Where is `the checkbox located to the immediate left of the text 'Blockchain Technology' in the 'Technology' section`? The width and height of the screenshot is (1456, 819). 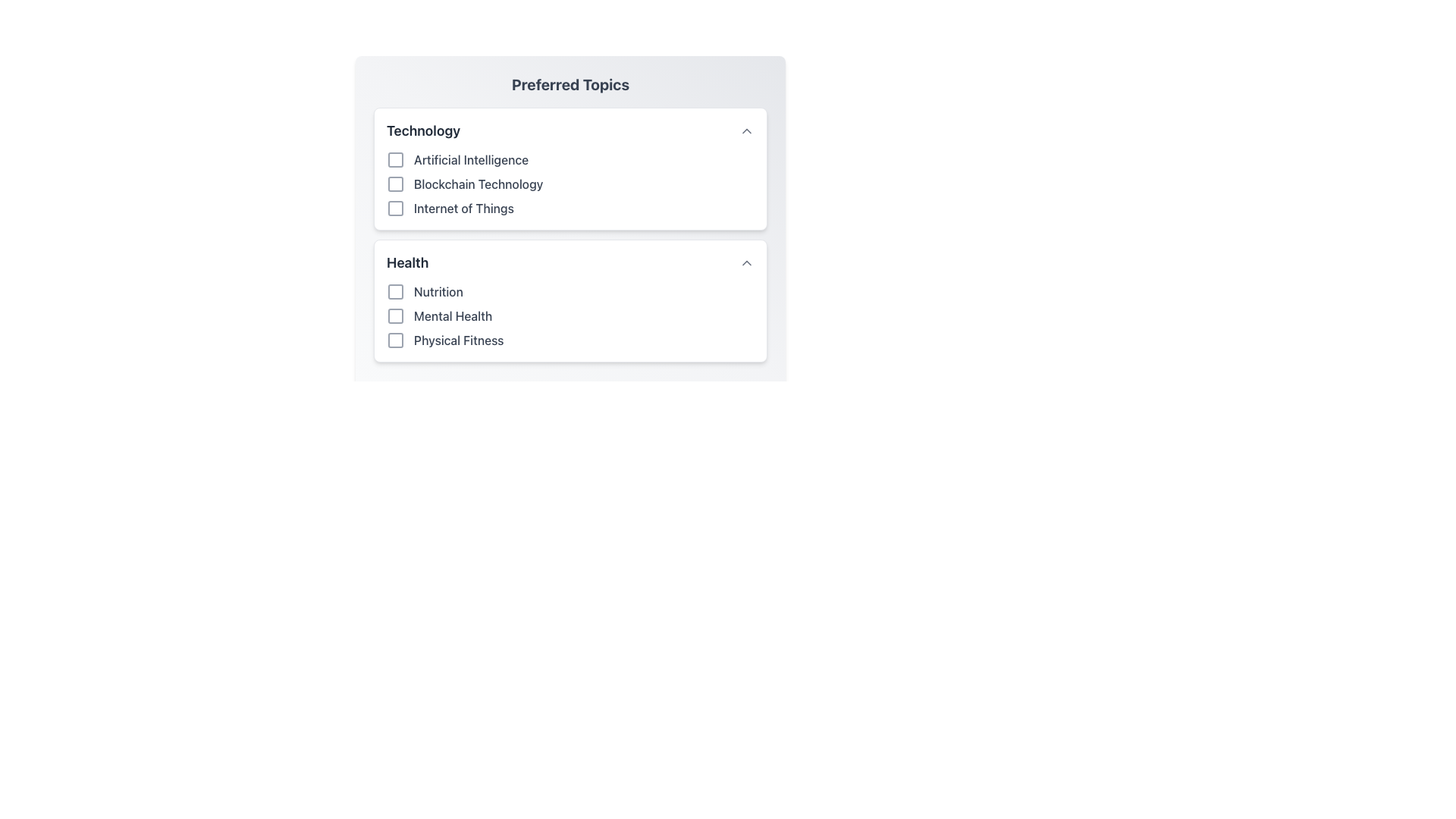 the checkbox located to the immediate left of the text 'Blockchain Technology' in the 'Technology' section is located at coordinates (396, 184).